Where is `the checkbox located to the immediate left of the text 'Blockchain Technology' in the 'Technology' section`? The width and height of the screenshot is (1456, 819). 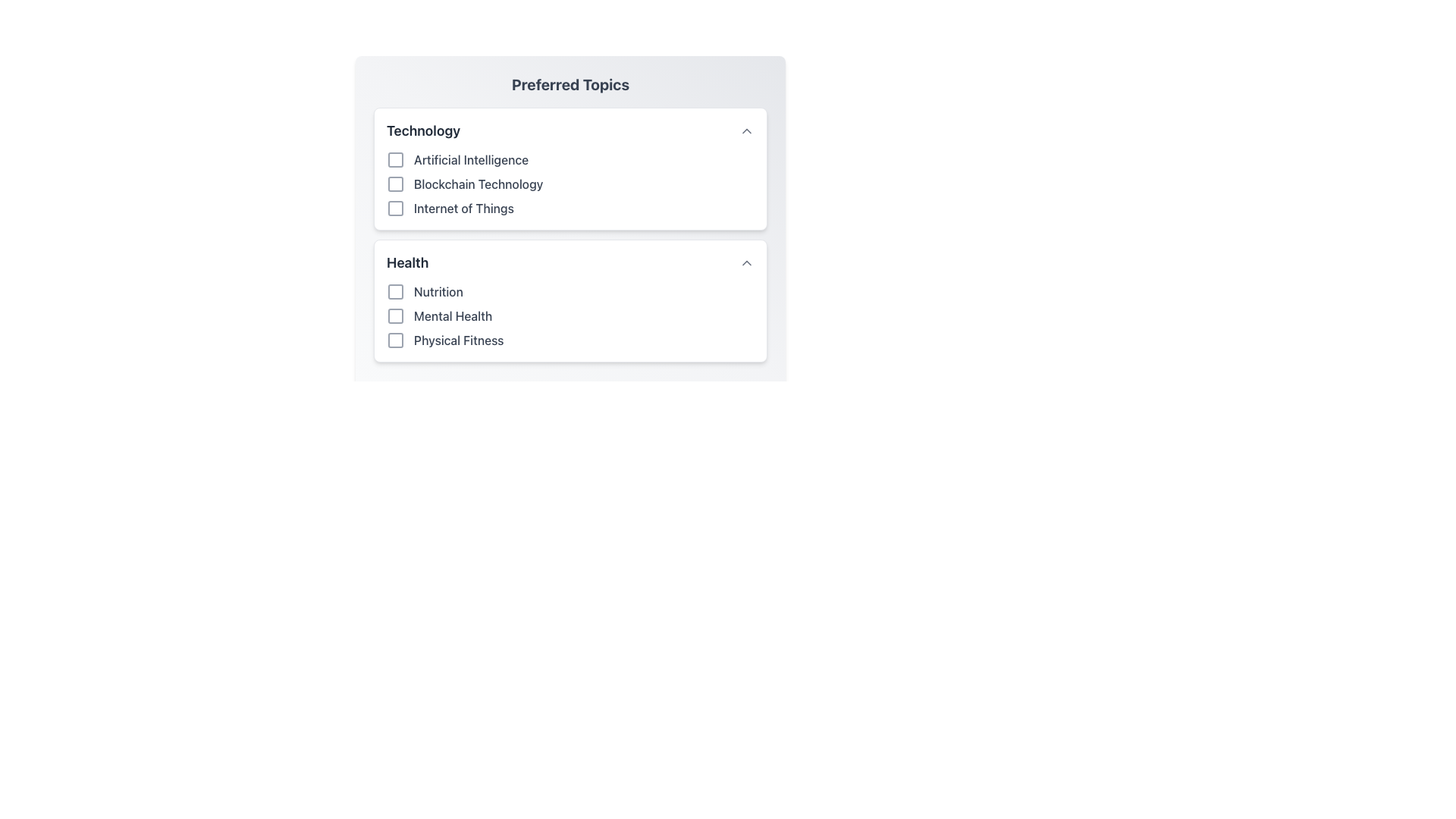 the checkbox located to the immediate left of the text 'Blockchain Technology' in the 'Technology' section is located at coordinates (396, 184).